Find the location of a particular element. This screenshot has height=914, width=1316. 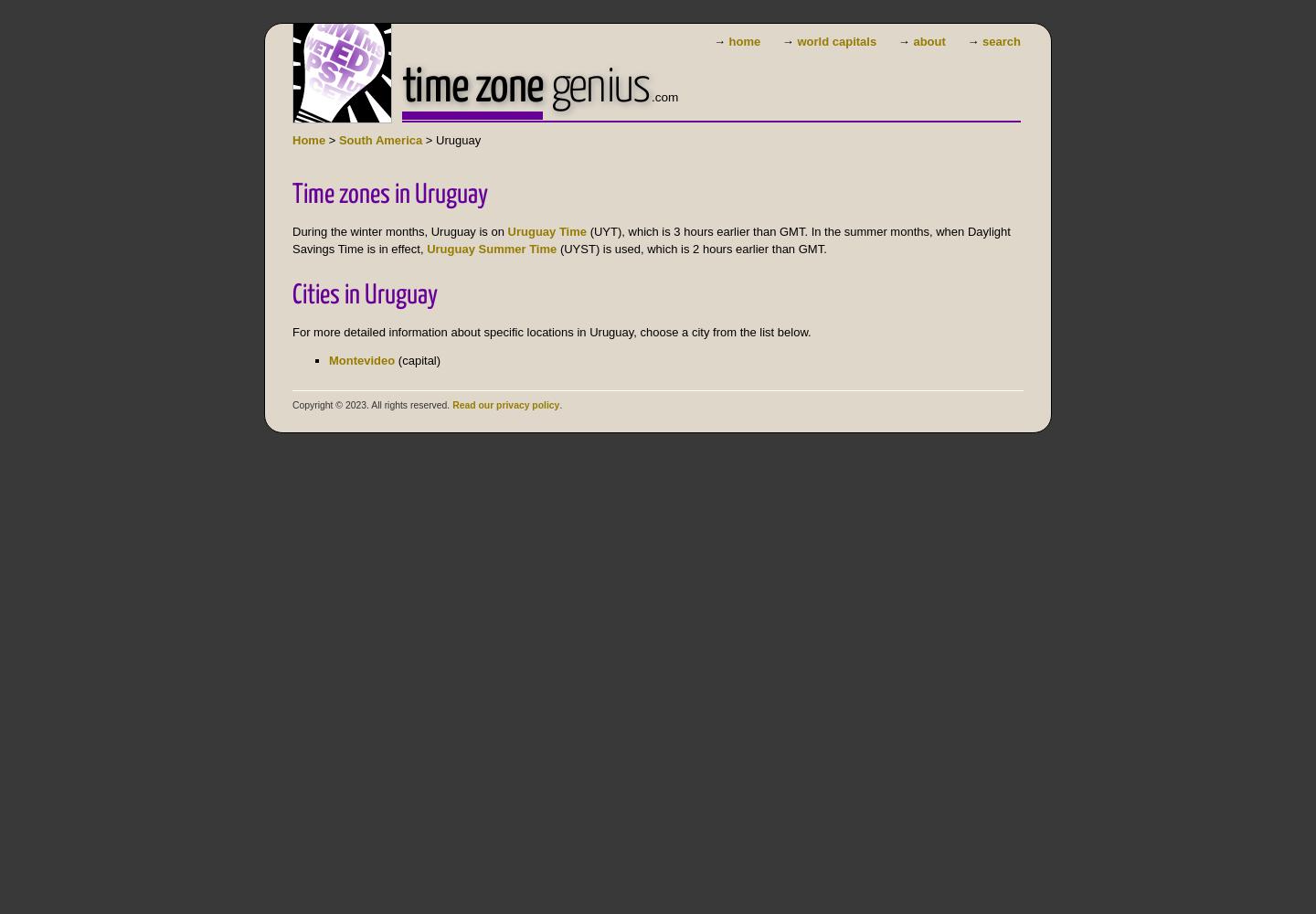

'.com' is located at coordinates (662, 96).